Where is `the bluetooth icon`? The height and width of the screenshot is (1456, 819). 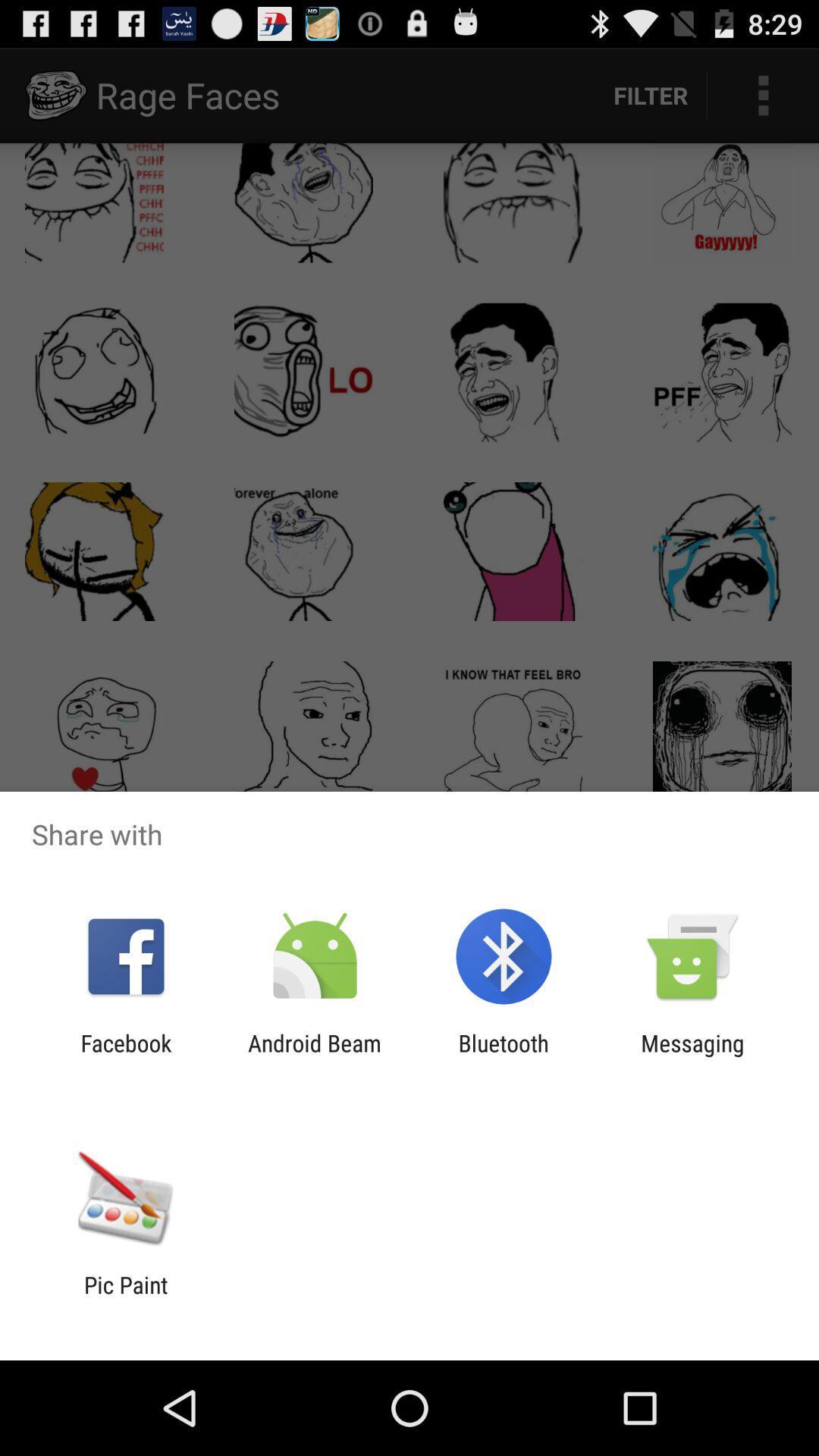 the bluetooth icon is located at coordinates (504, 1056).